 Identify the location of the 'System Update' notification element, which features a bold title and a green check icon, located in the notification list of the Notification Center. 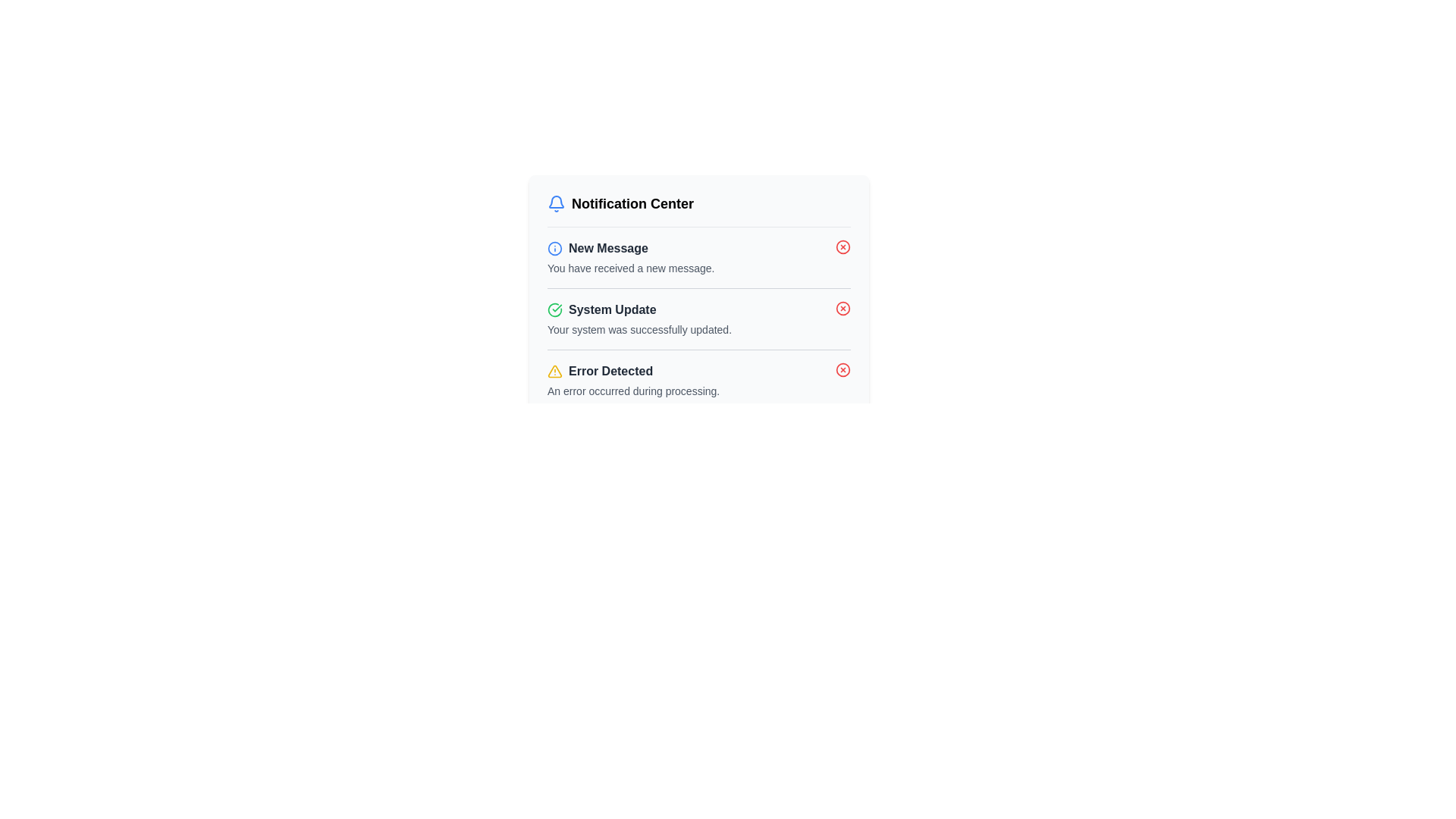
(639, 318).